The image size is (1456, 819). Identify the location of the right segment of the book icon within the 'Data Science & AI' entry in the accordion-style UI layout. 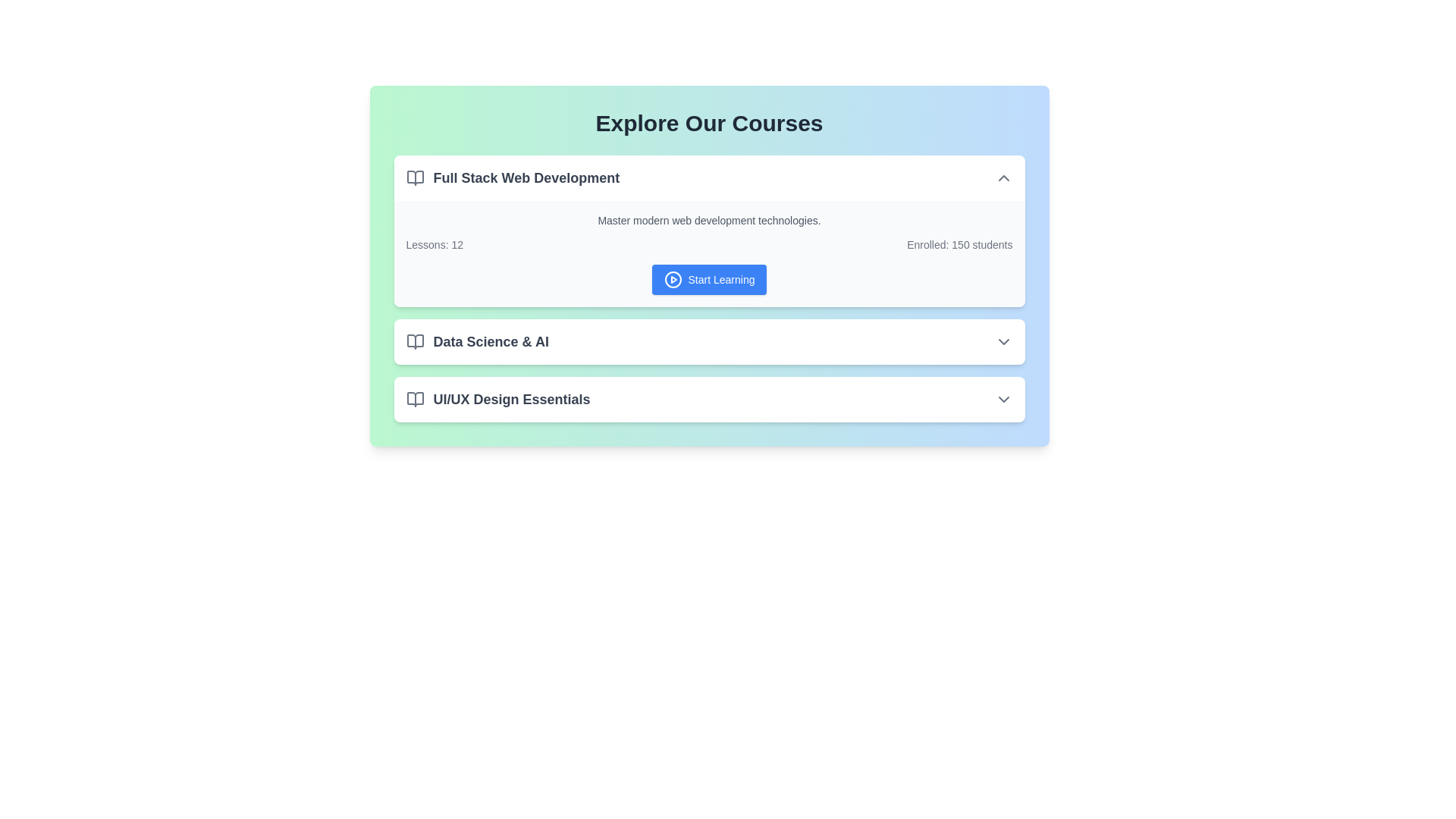
(415, 342).